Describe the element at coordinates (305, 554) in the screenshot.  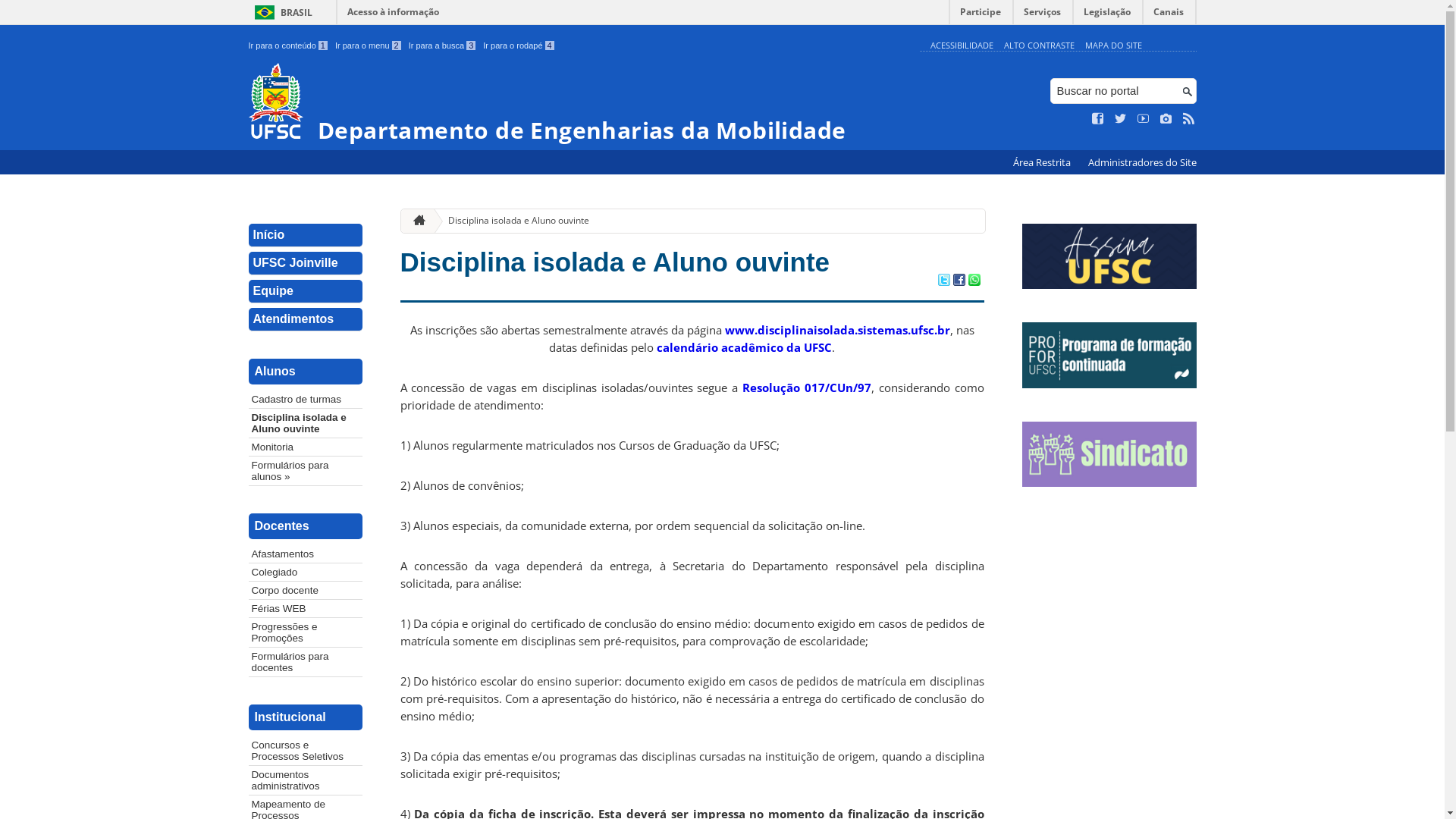
I see `'Afastamentos'` at that location.